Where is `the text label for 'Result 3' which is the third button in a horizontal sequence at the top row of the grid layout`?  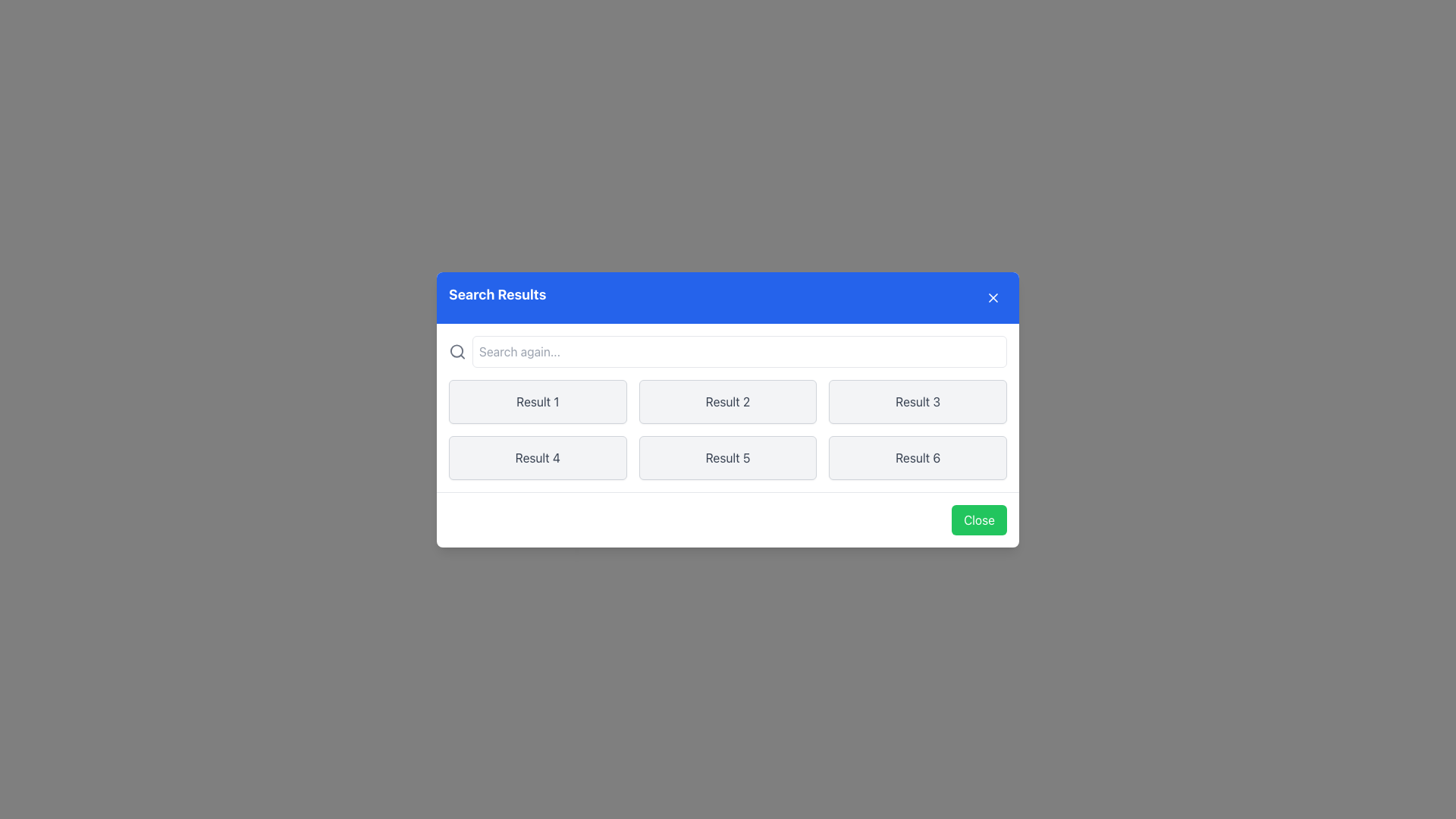 the text label for 'Result 3' which is the third button in a horizontal sequence at the top row of the grid layout is located at coordinates (917, 400).